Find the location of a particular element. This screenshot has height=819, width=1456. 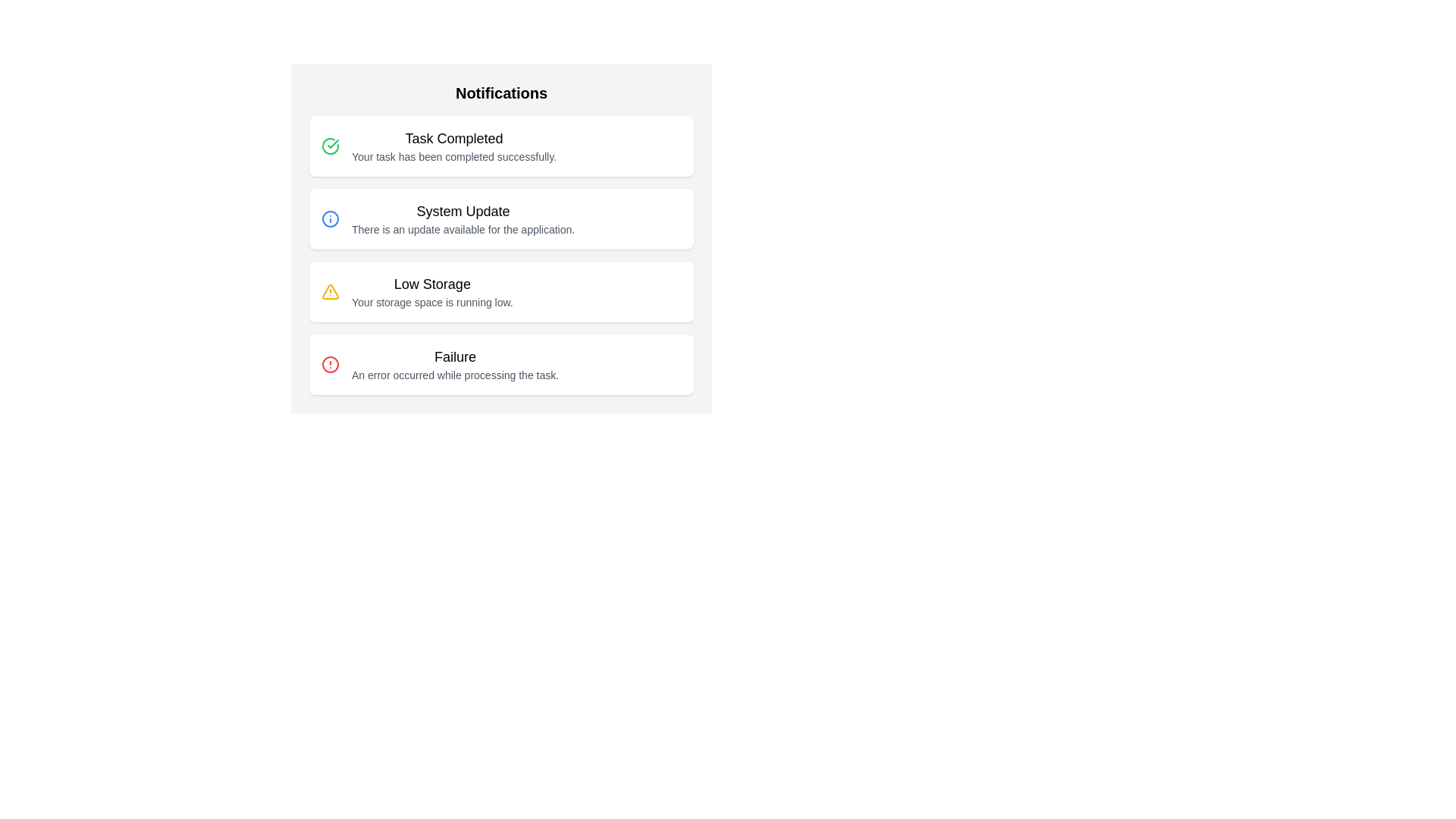

text of the error notification title label located at the bottom section of the list of notifications, specifically in the fourth section titled 'Failure' is located at coordinates (454, 356).